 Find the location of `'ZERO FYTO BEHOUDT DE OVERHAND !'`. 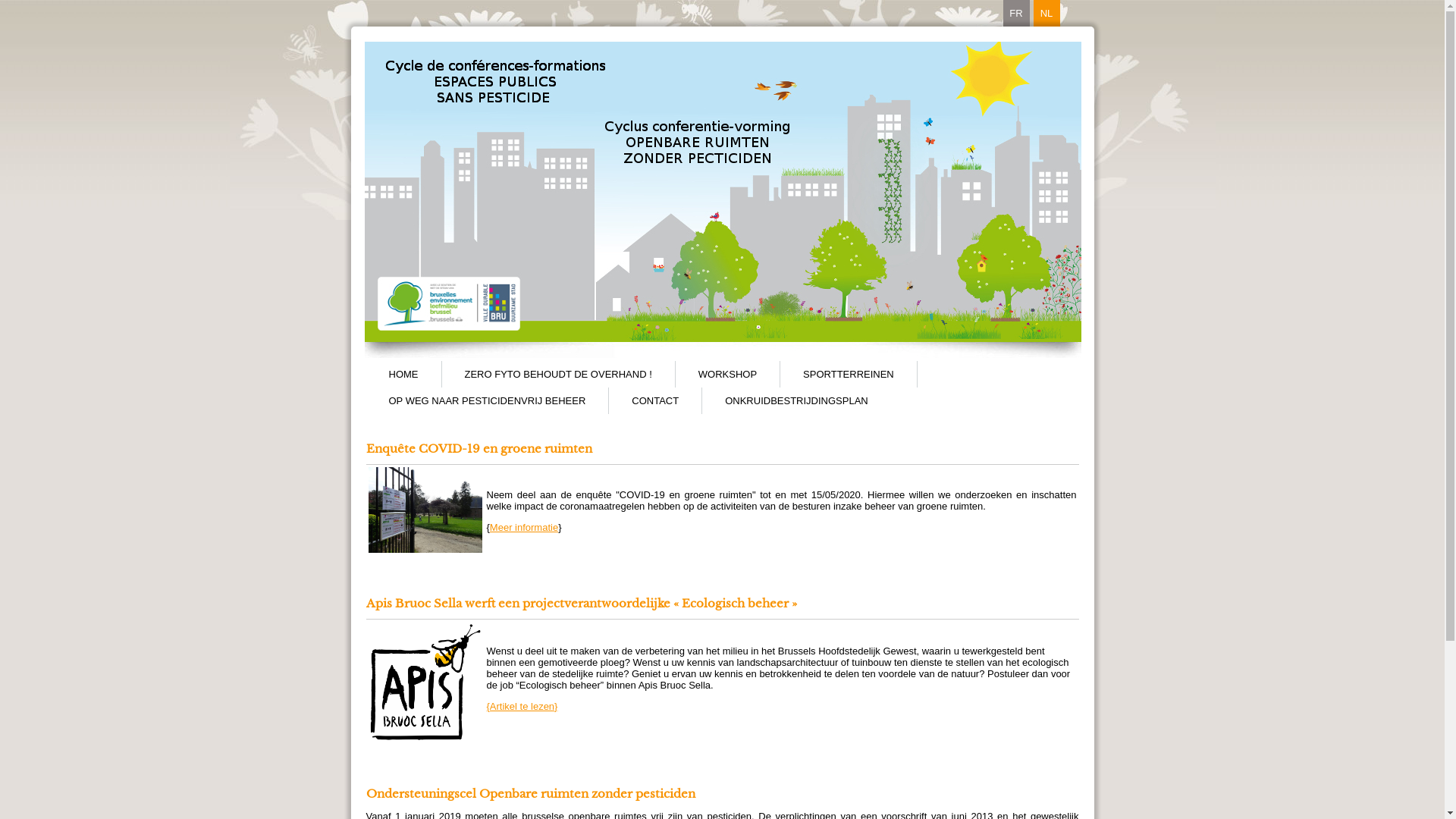

'ZERO FYTO BEHOUDT DE OVERHAND !' is located at coordinates (557, 374).